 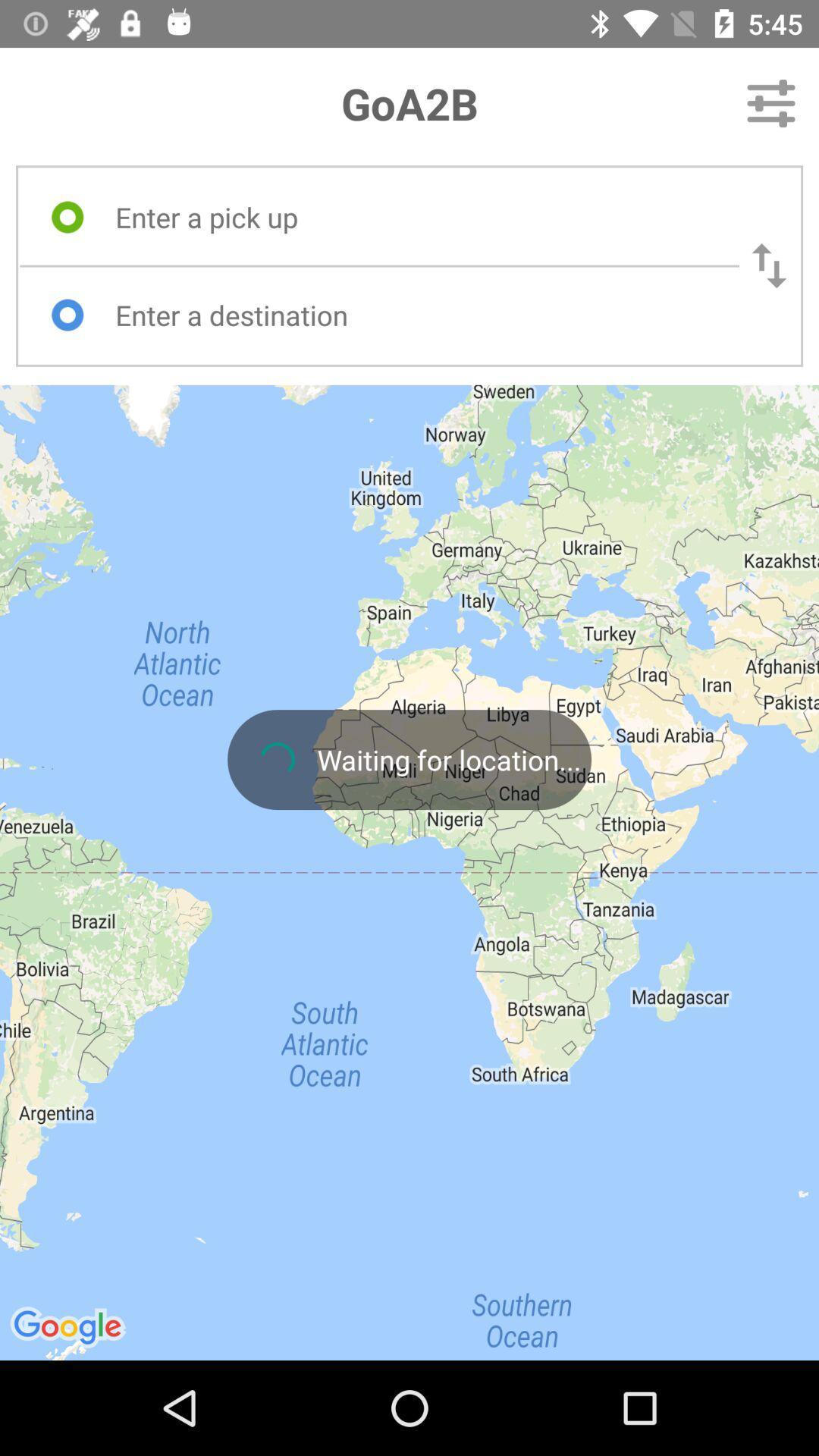 I want to click on find directions, so click(x=413, y=314).